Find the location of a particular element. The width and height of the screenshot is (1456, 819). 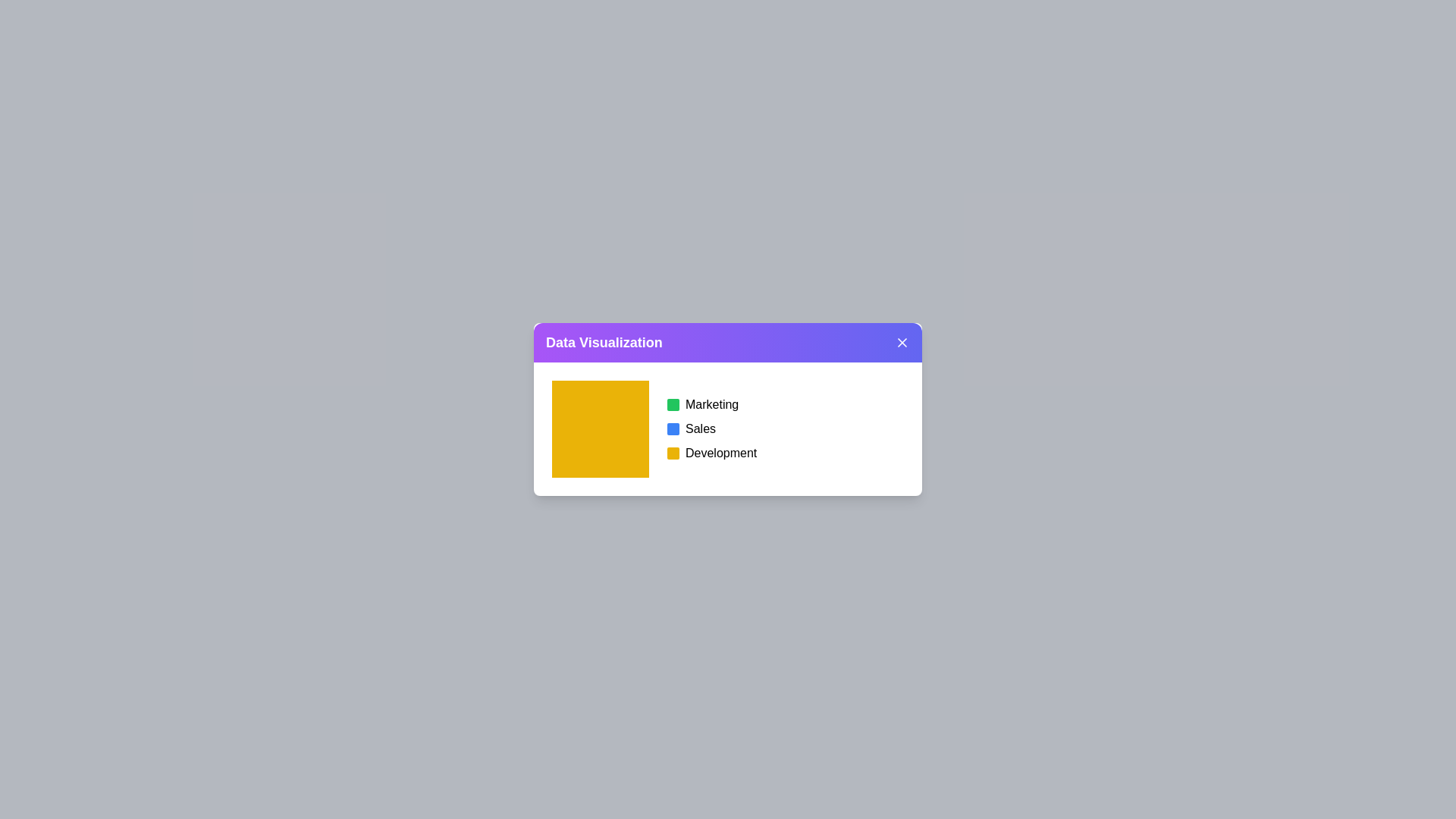

the close button to close the dialog is located at coordinates (902, 342).